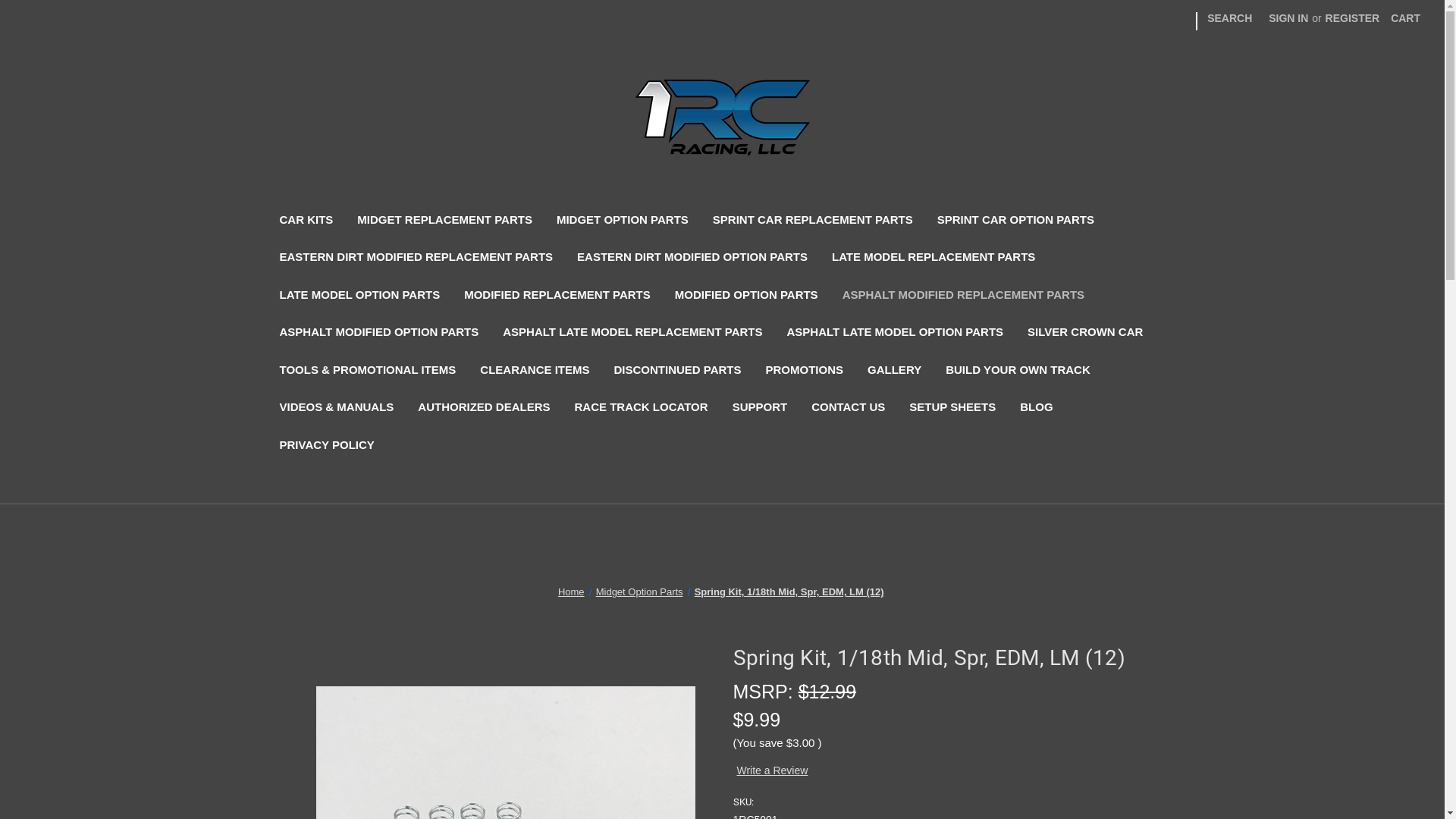  What do you see at coordinates (378, 333) in the screenshot?
I see `'ASPHALT MODIFIED OPTION PARTS'` at bounding box center [378, 333].